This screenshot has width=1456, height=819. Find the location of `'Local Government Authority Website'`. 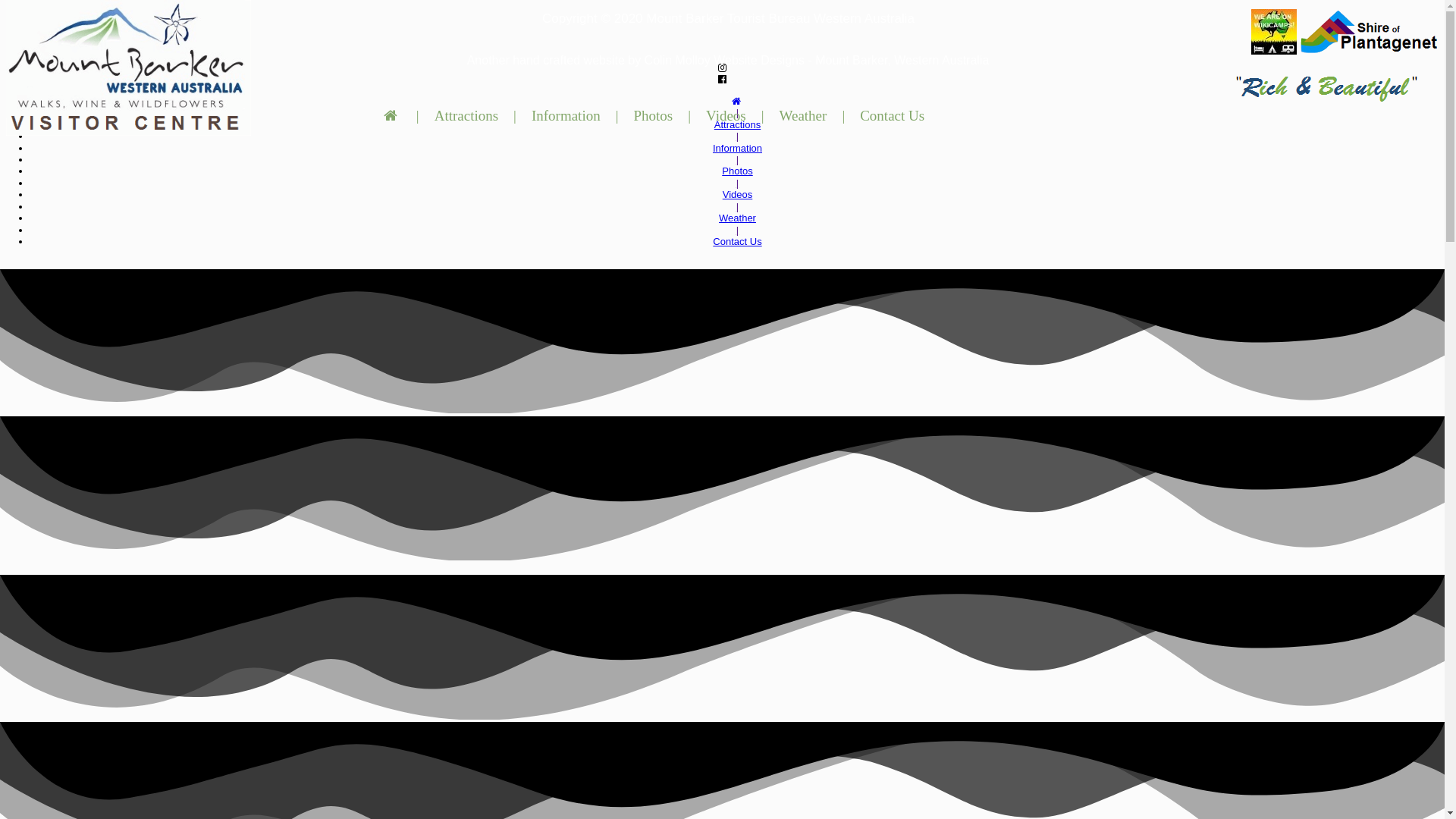

'Local Government Authority Website' is located at coordinates (1299, 32).